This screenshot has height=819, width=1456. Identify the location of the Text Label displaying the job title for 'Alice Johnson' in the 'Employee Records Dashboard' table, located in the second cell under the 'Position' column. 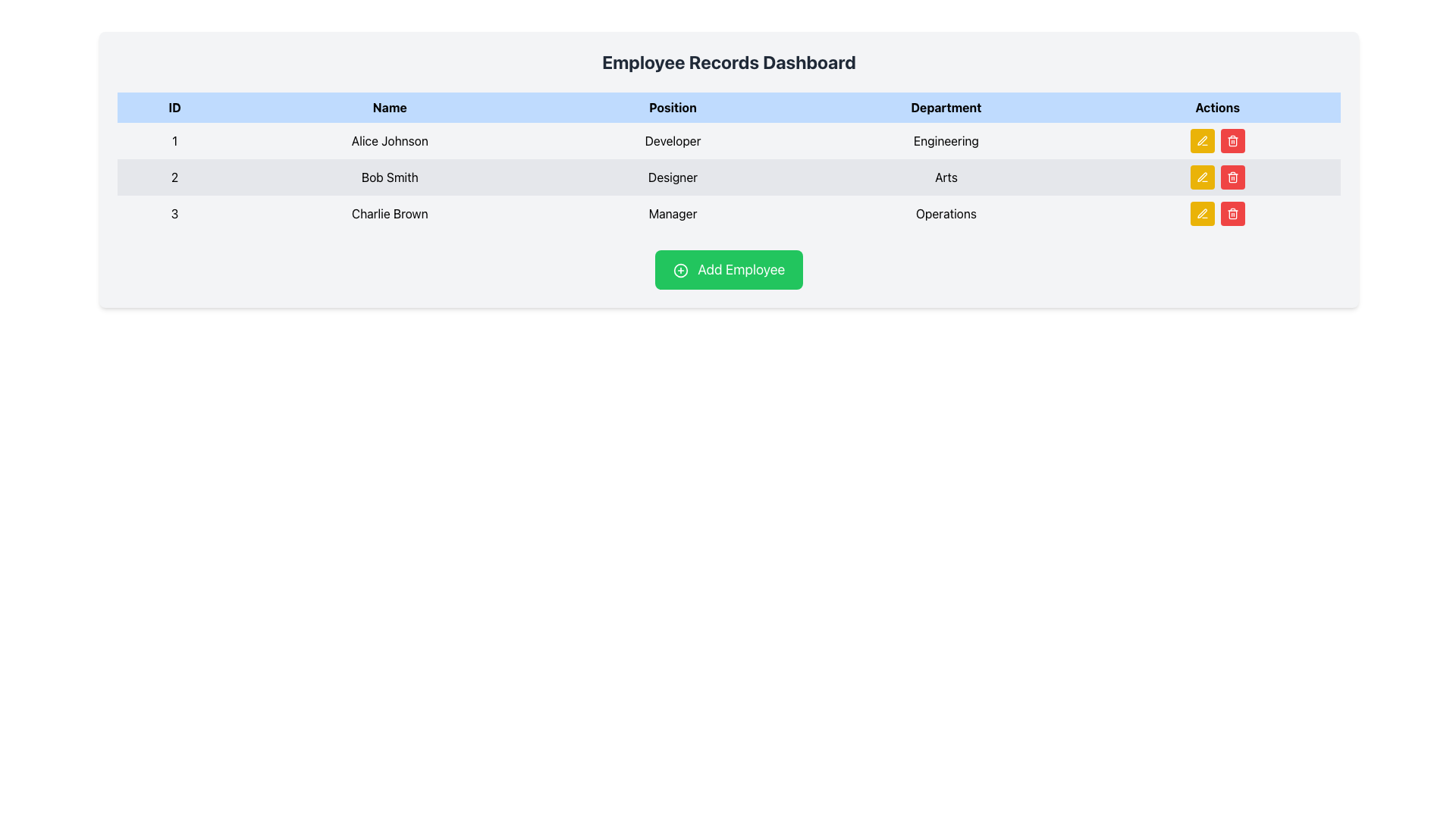
(672, 140).